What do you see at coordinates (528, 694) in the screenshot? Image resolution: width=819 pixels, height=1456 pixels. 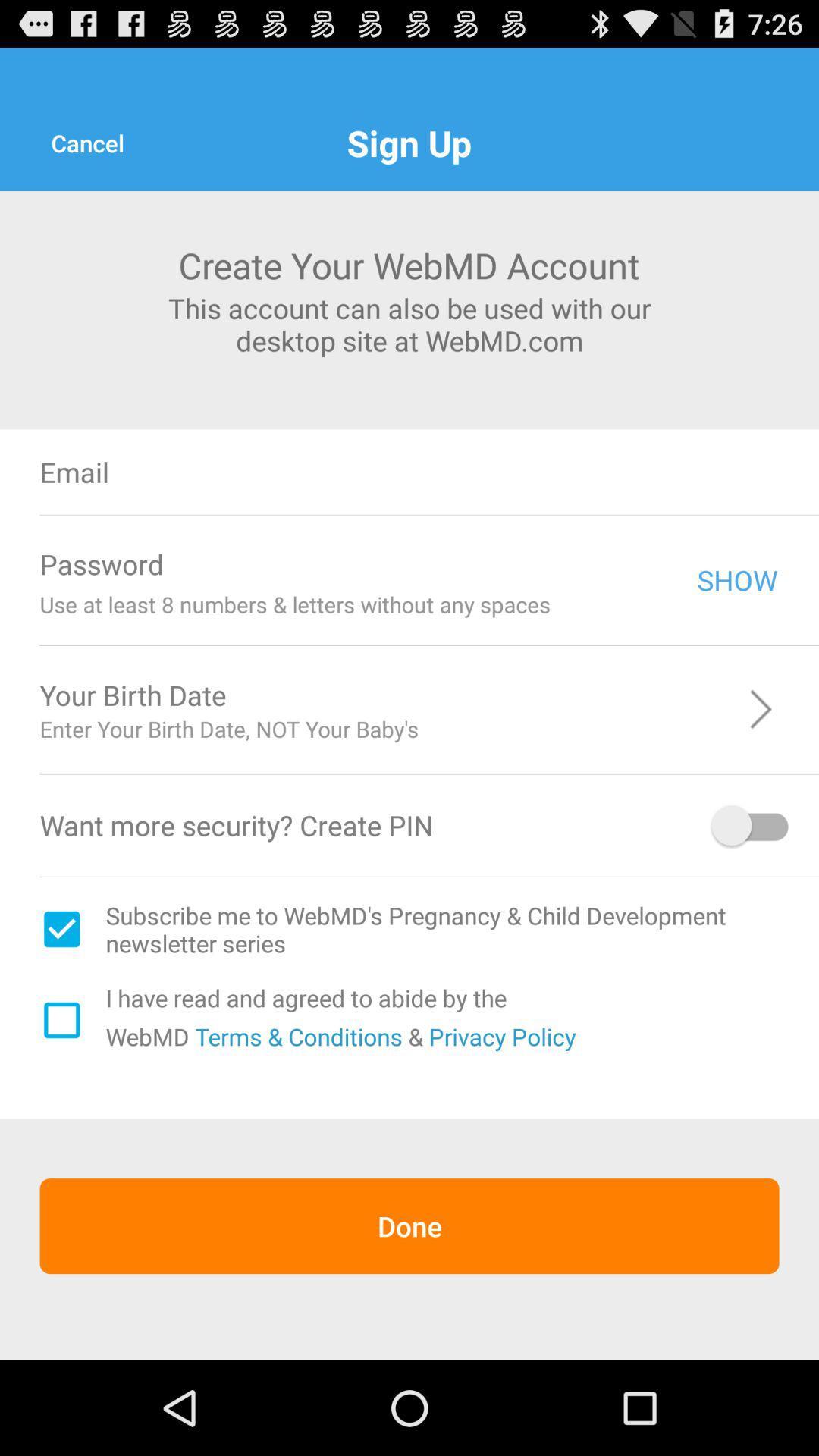 I see `item next to your birth date item` at bounding box center [528, 694].